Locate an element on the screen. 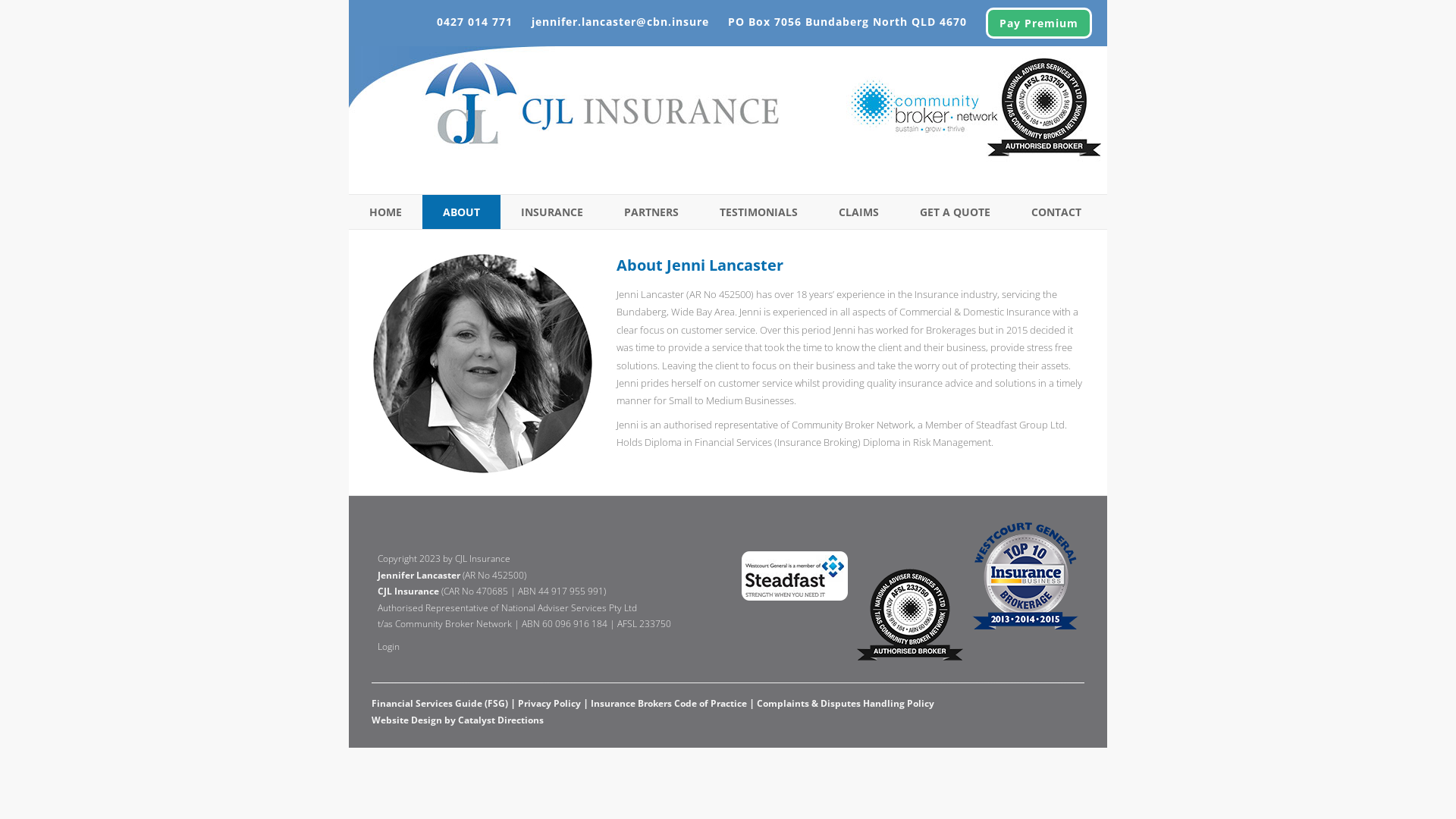 This screenshot has width=1456, height=819. 'Privacy Policy' is located at coordinates (548, 703).